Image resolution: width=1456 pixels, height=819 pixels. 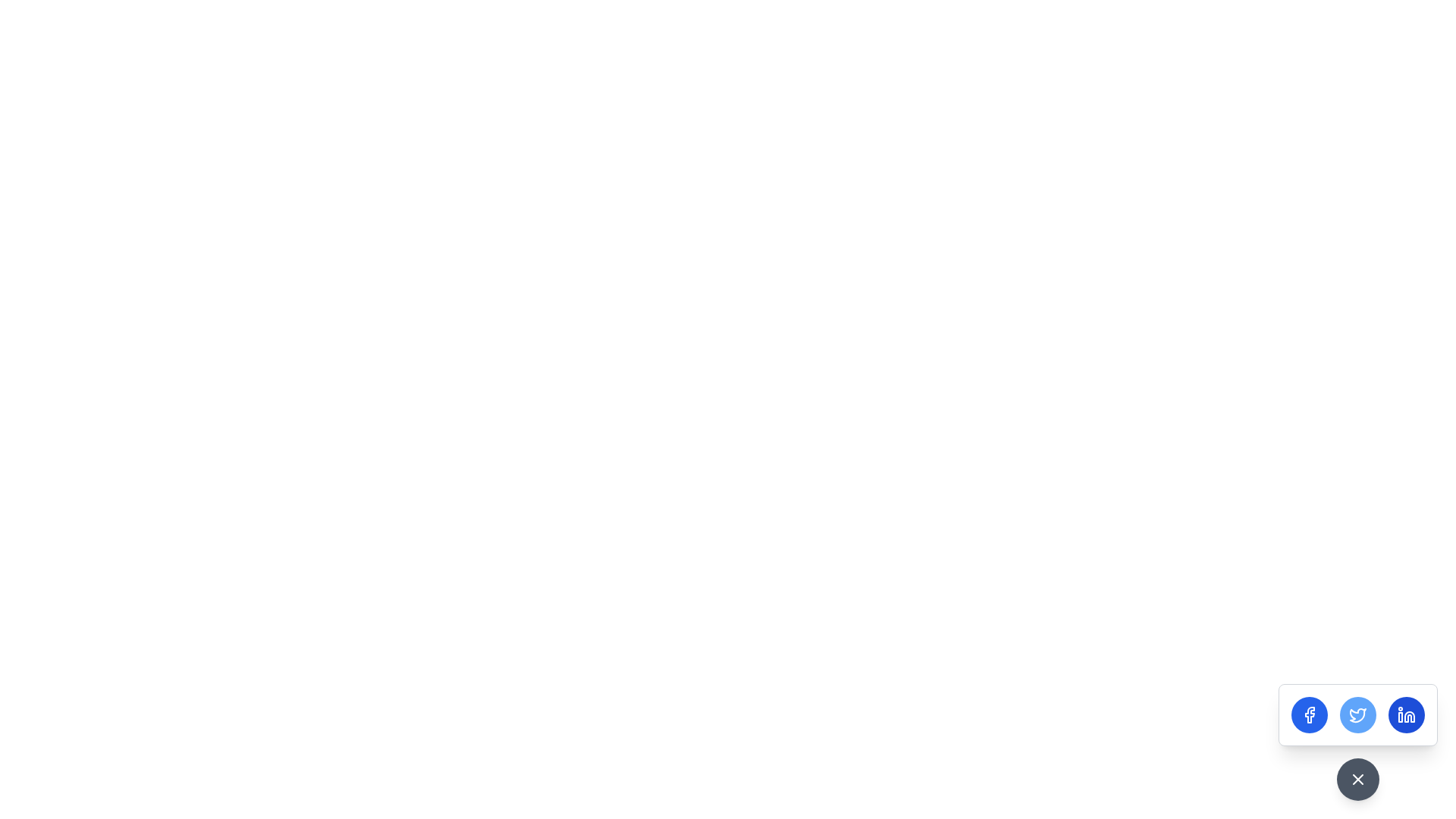 What do you see at coordinates (1309, 714) in the screenshot?
I see `the first circular button on the left that serves as a link to Facebook` at bounding box center [1309, 714].